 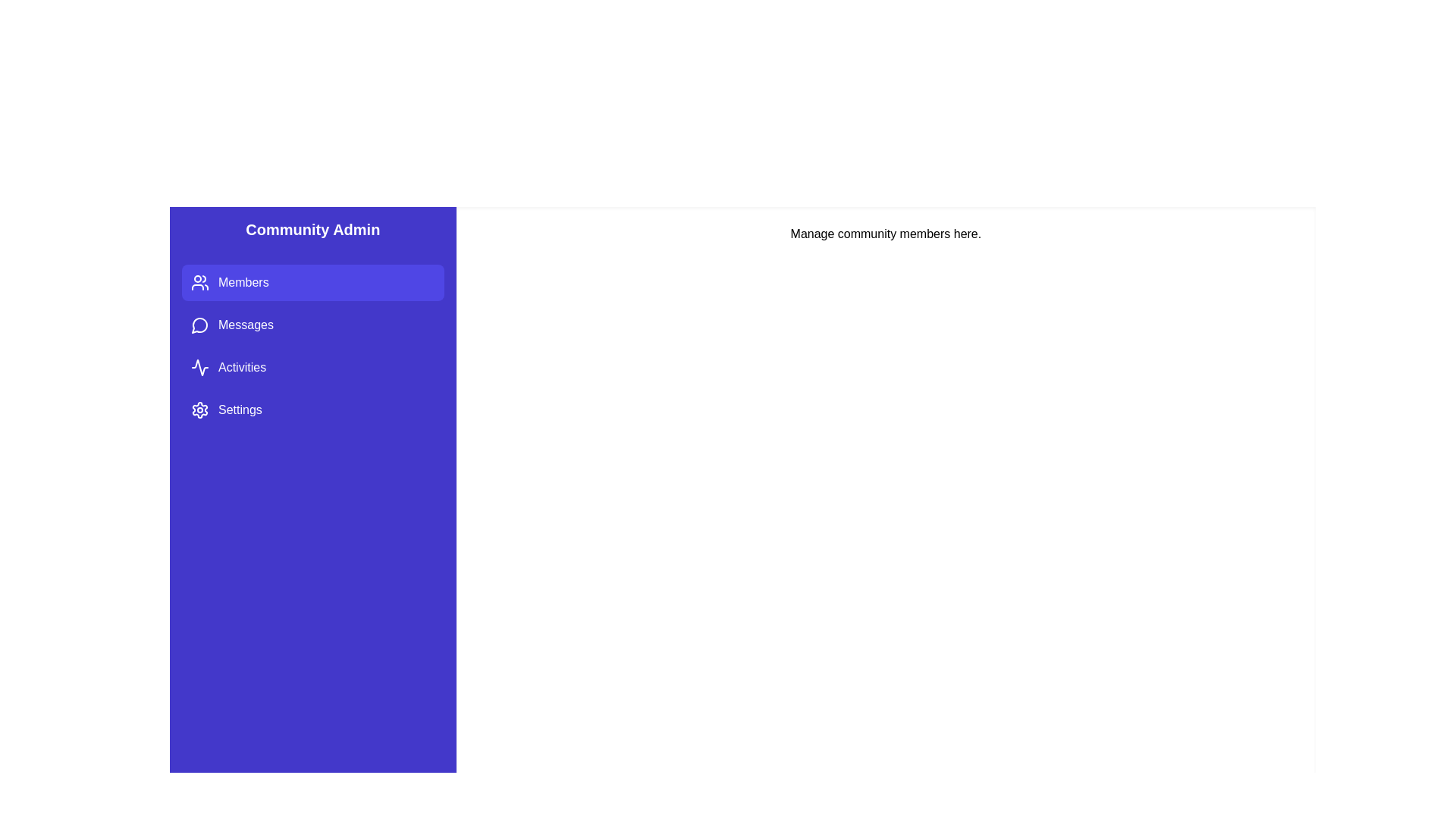 What do you see at coordinates (312, 324) in the screenshot?
I see `the 'Messages' navigation button located in the vertical menu, positioned between the 'Members' button above and the 'Activities' button below` at bounding box center [312, 324].